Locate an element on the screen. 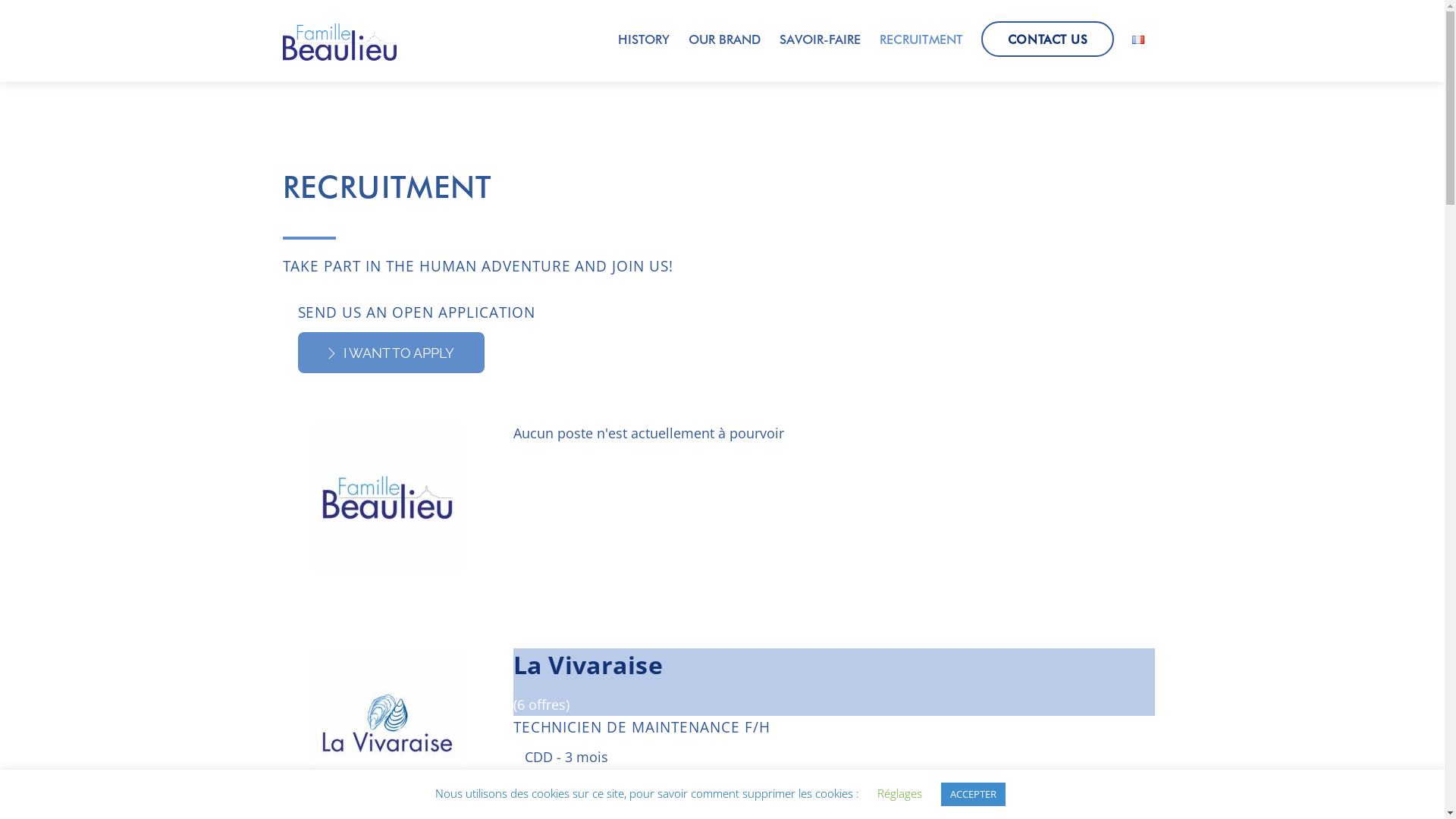 This screenshot has height=819, width=1456. 'Famille Beaulieu' is located at coordinates (337, 52).